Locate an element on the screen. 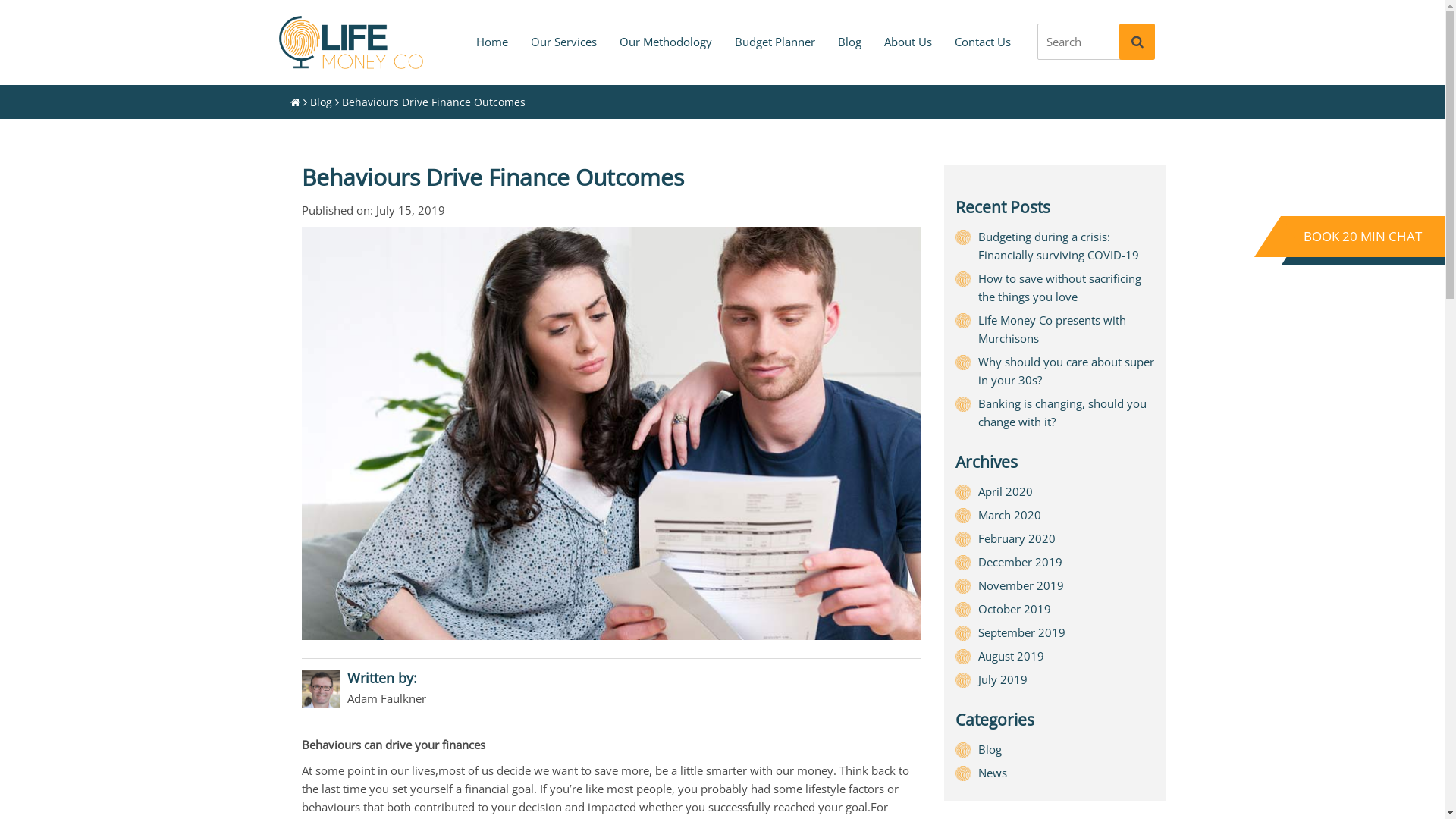 The height and width of the screenshot is (819, 1456). 'Budgeting during a crisis: Financially surviving COVID-19' is located at coordinates (1058, 245).